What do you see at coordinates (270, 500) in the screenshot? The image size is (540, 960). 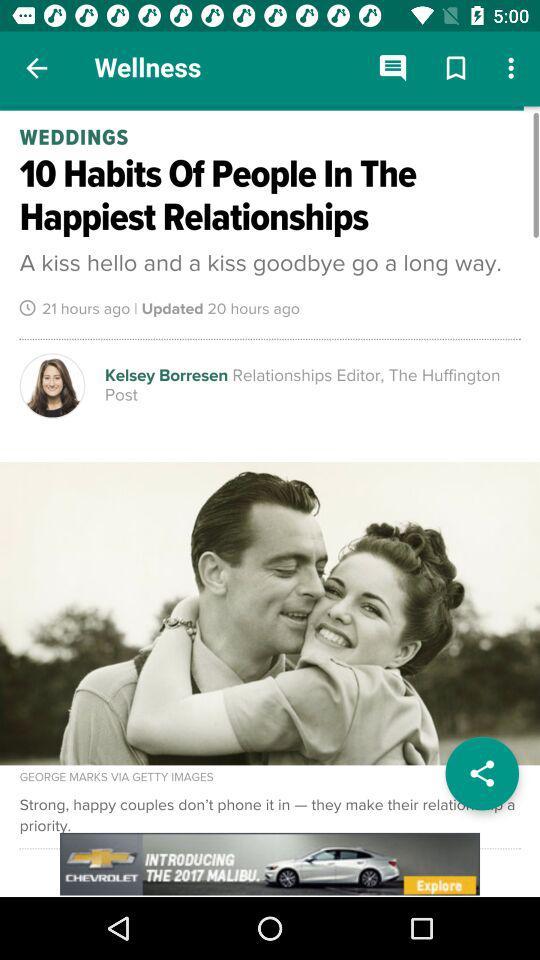 I see `open article` at bounding box center [270, 500].